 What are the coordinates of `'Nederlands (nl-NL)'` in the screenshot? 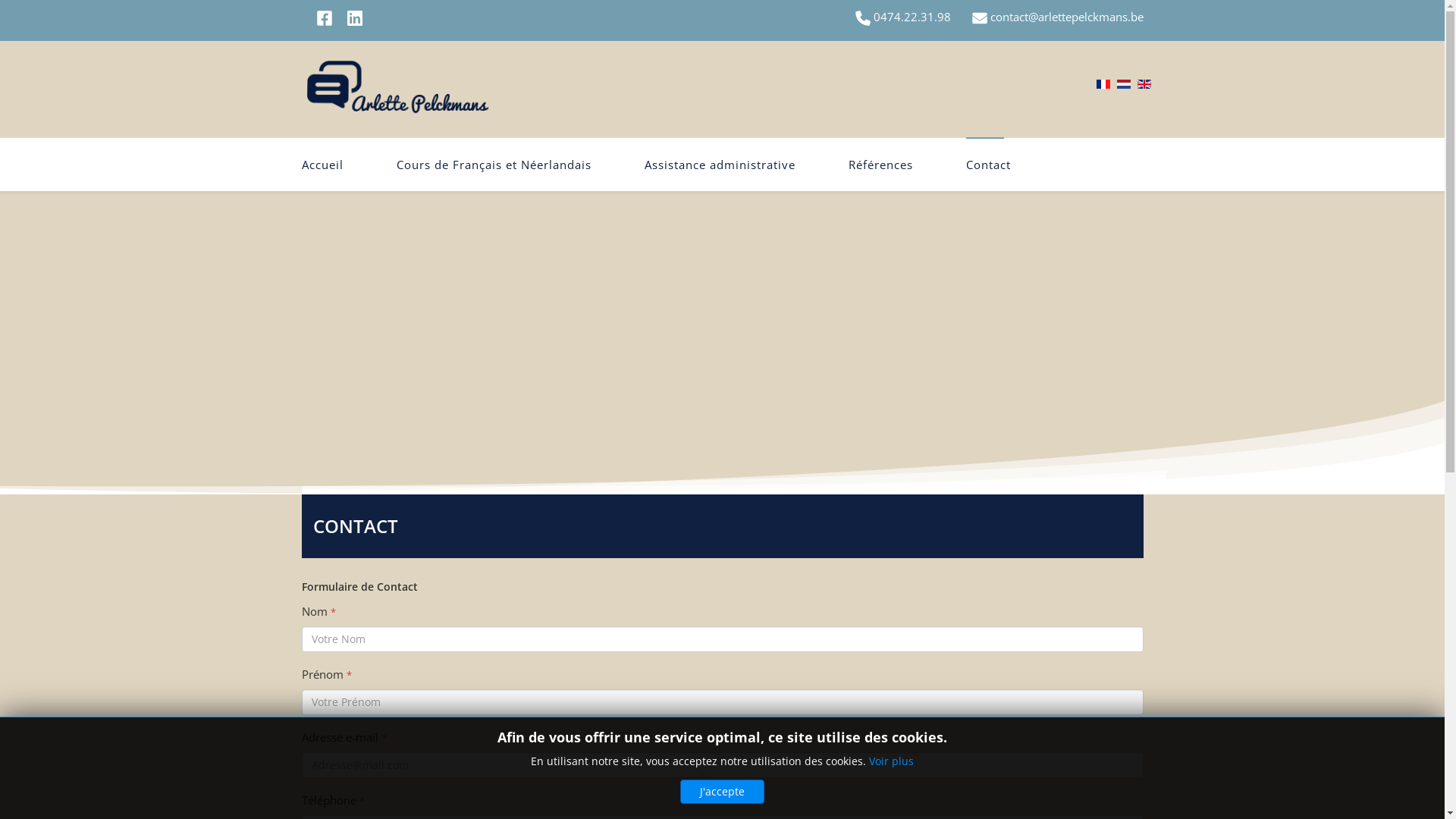 It's located at (1123, 84).